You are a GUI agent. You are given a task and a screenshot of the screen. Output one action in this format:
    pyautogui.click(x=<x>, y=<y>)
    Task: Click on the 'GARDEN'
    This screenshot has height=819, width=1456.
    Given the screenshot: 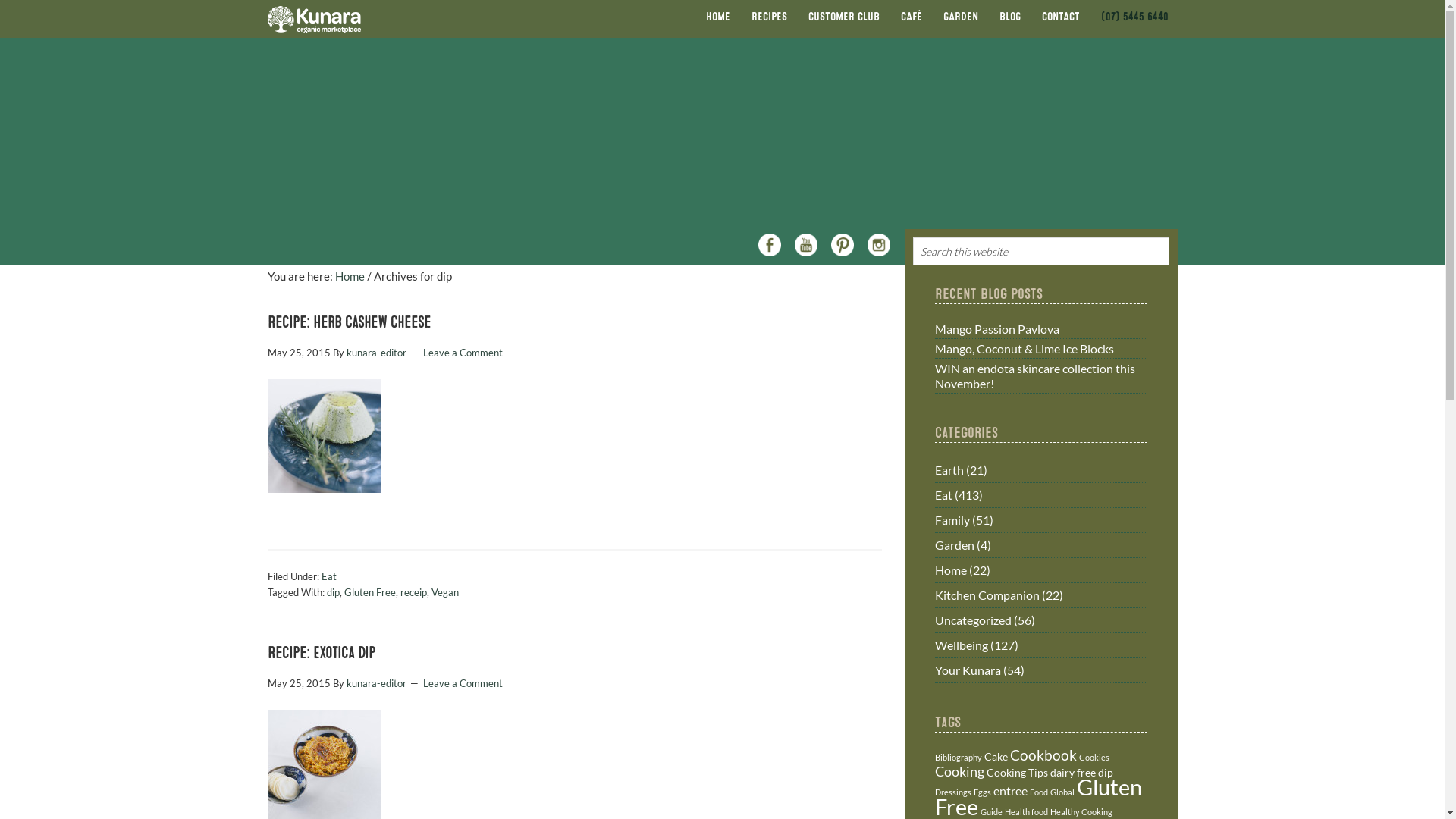 What is the action you would take?
    pyautogui.click(x=960, y=17)
    